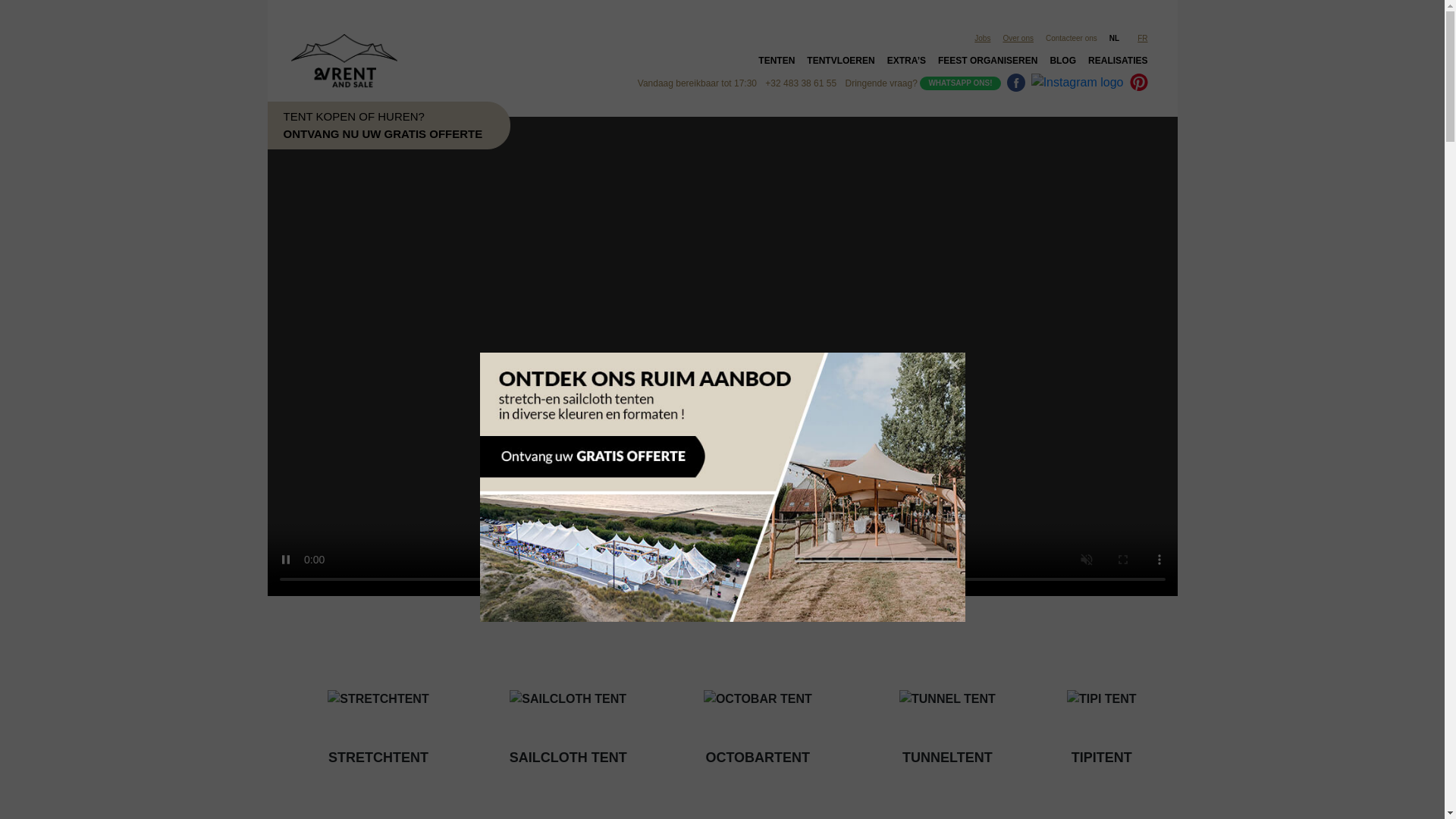 This screenshot has height=819, width=1456. I want to click on '+32 483 38 61 55', so click(800, 83).